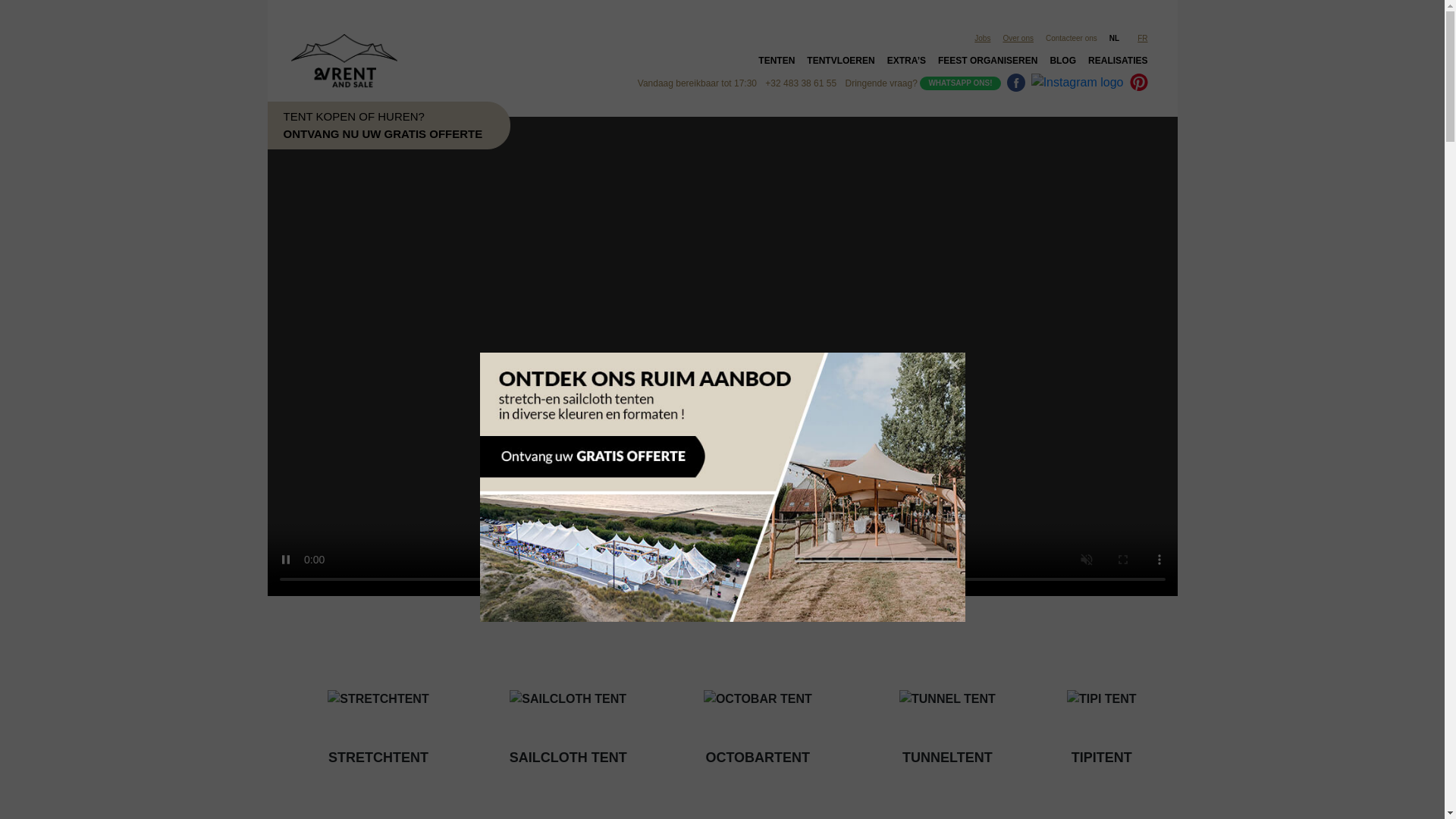 This screenshot has height=819, width=1456. I want to click on '+32 483 38 61 55', so click(800, 83).